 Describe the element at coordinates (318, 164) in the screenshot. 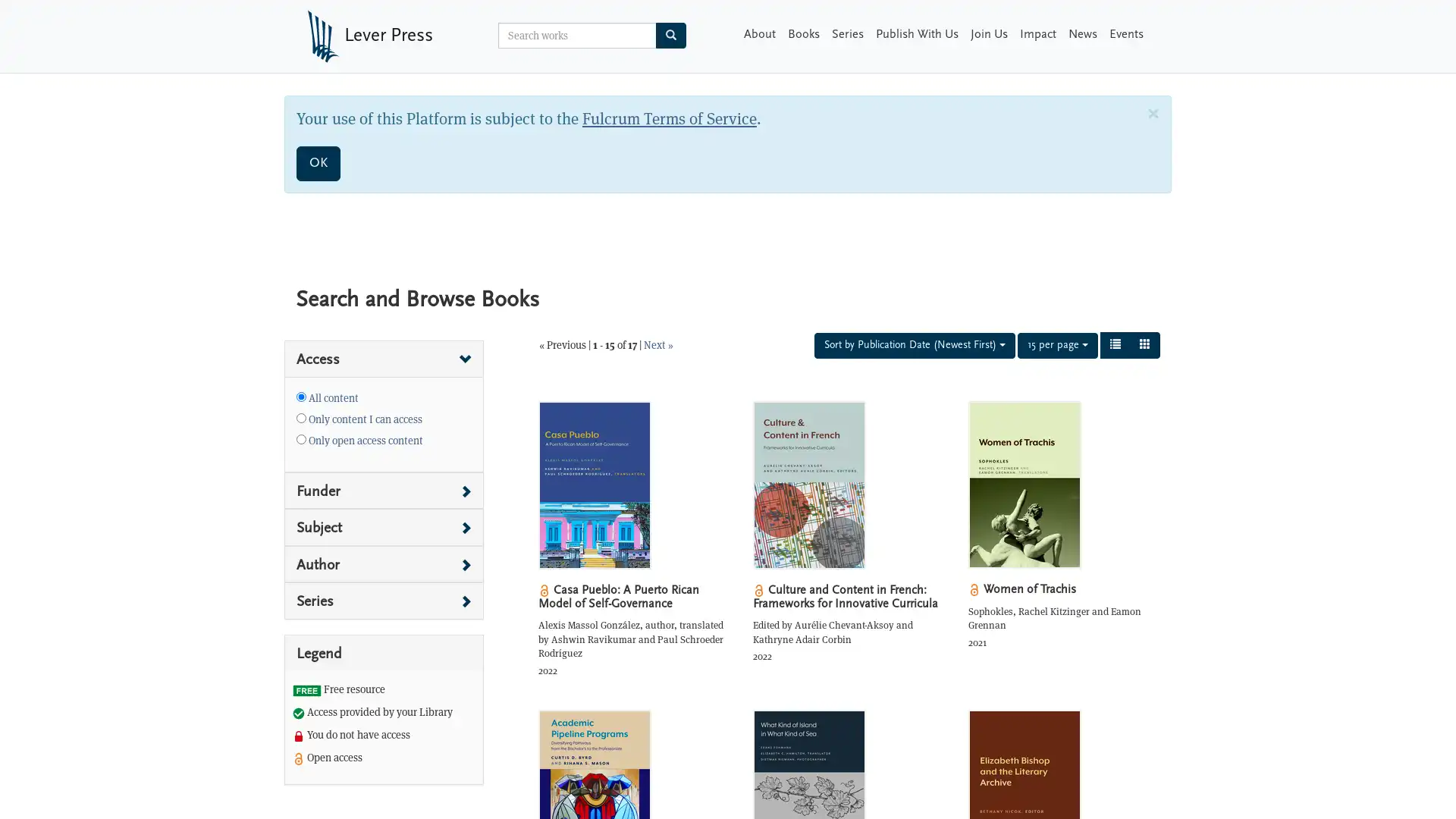

I see `OK. Close Dialog` at that location.